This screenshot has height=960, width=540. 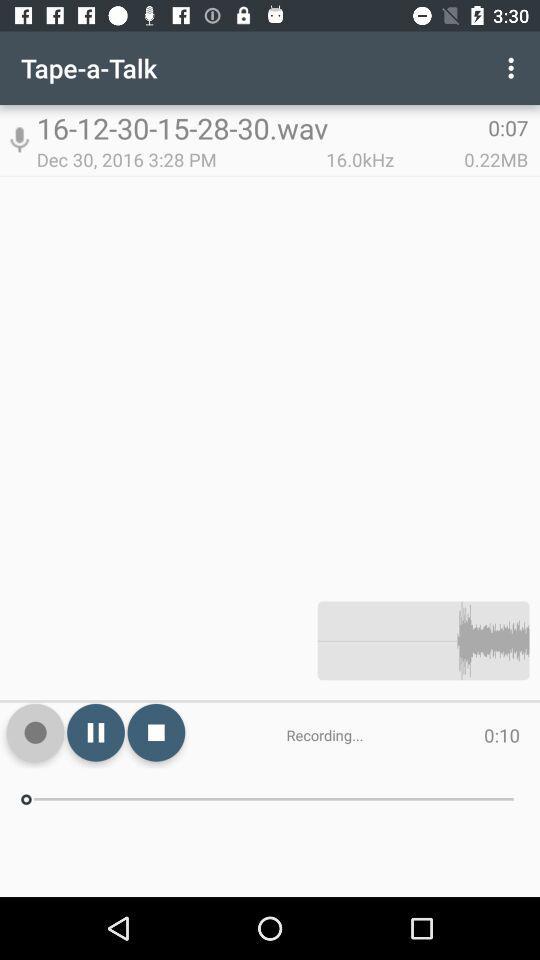 I want to click on app next to 16 12 30 app, so click(x=18, y=139).